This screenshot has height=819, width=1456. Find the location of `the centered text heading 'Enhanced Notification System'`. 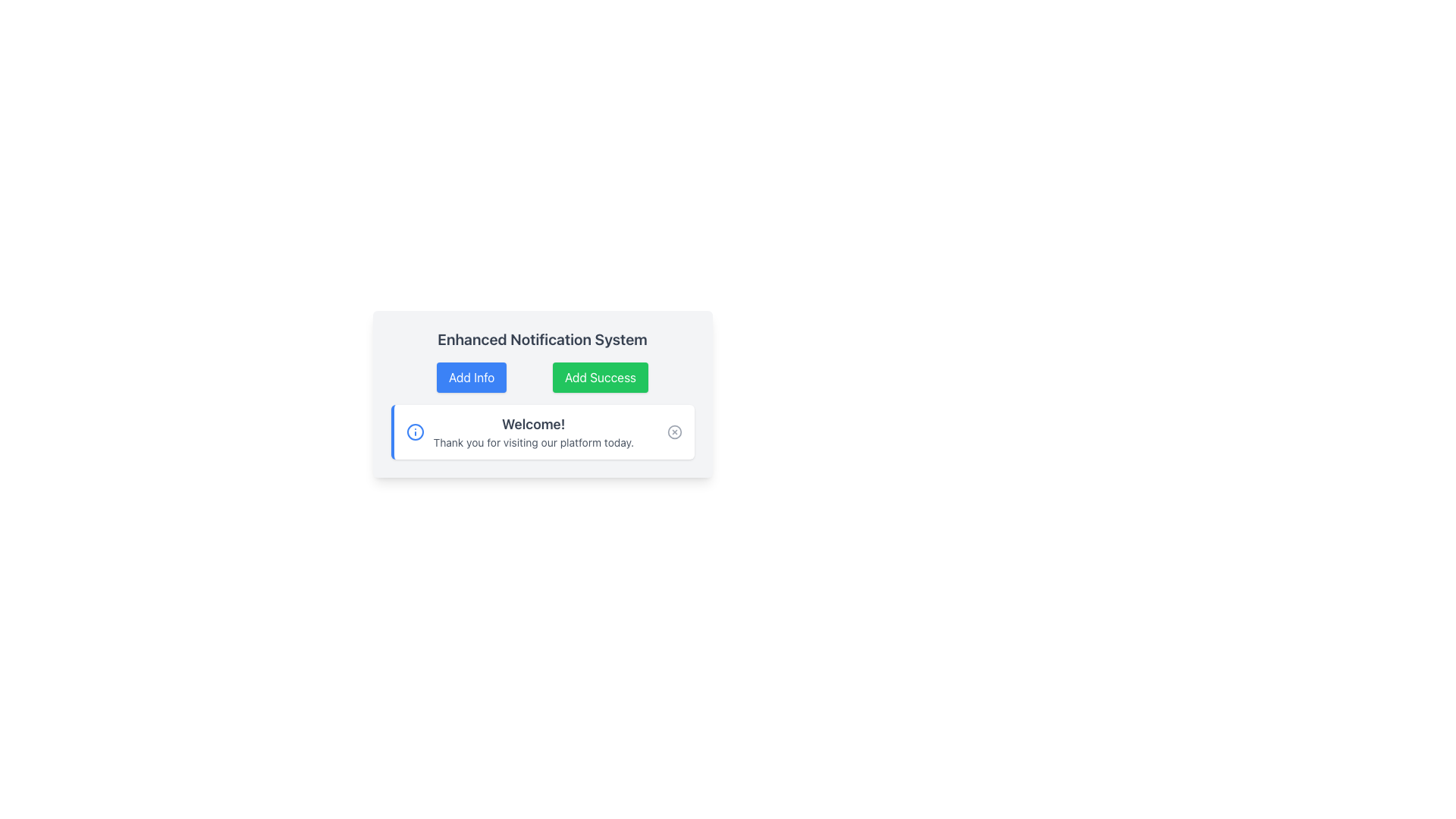

the centered text heading 'Enhanced Notification System' is located at coordinates (542, 338).